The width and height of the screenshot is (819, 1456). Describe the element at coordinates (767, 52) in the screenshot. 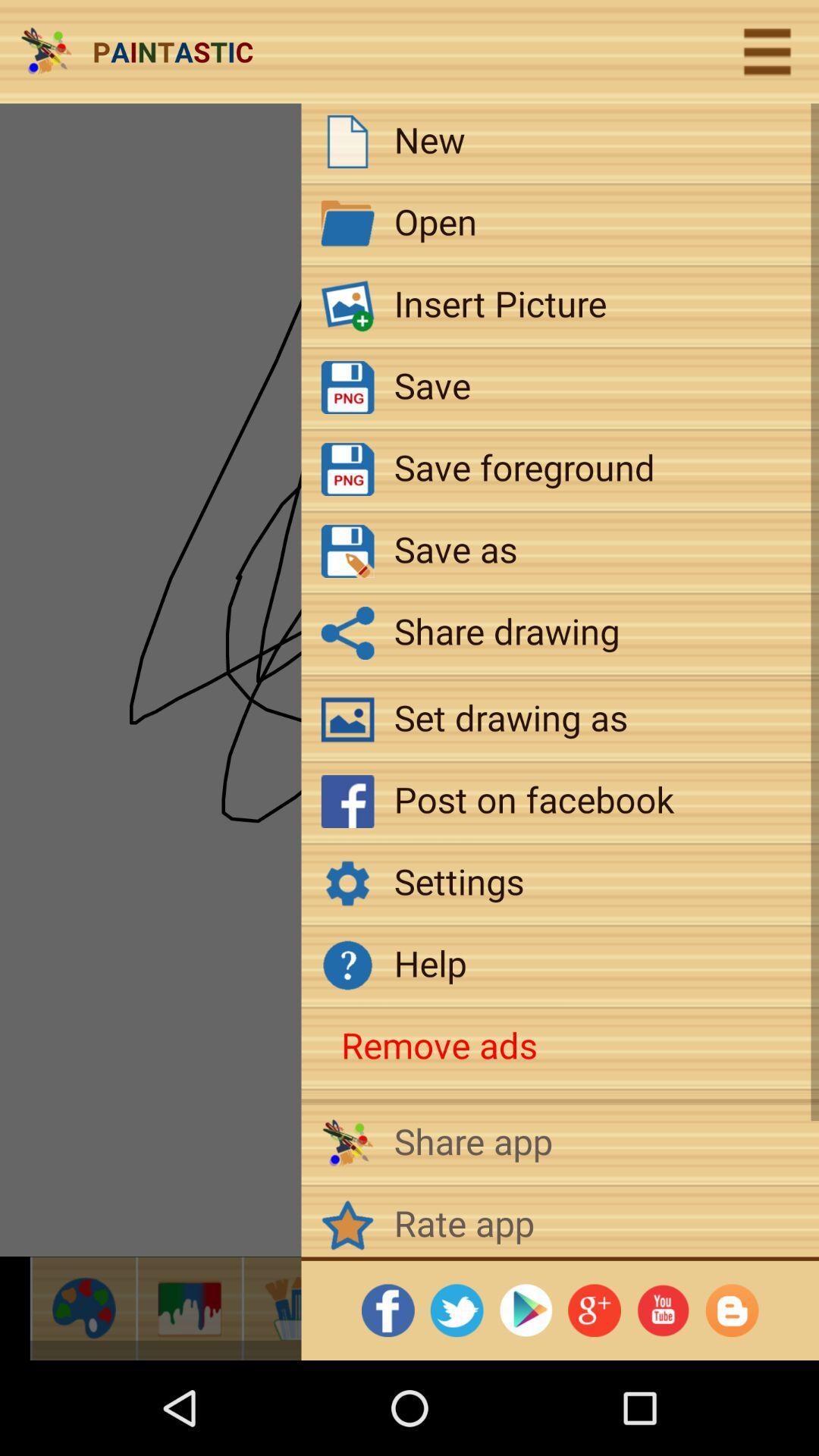

I see `the menu icon` at that location.